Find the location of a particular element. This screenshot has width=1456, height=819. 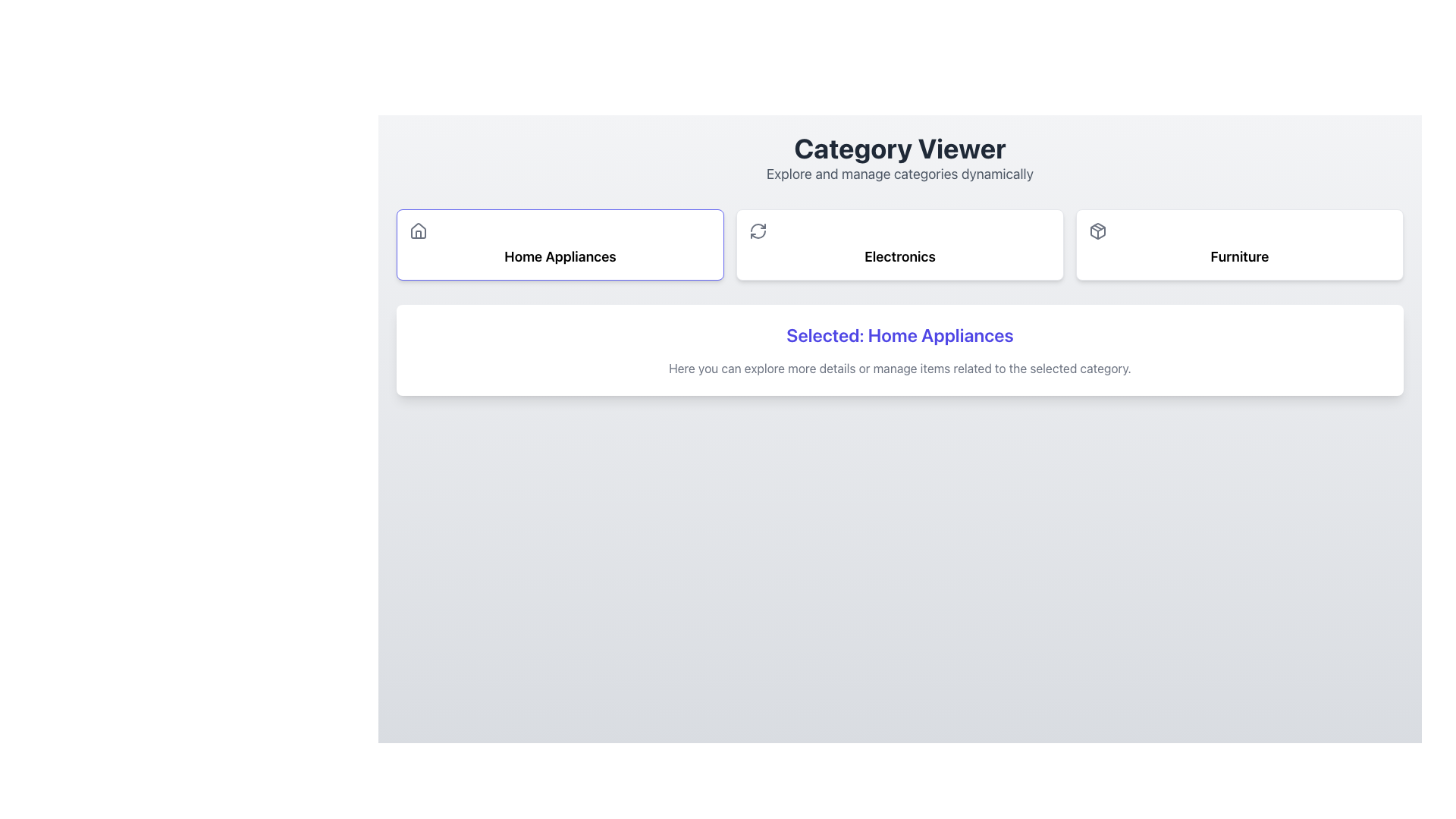

the static text label that reads 'Here you can explore more details or manage items related to the selected category.' which is positioned below the blue text 'Selected: Home Appliances' is located at coordinates (899, 369).